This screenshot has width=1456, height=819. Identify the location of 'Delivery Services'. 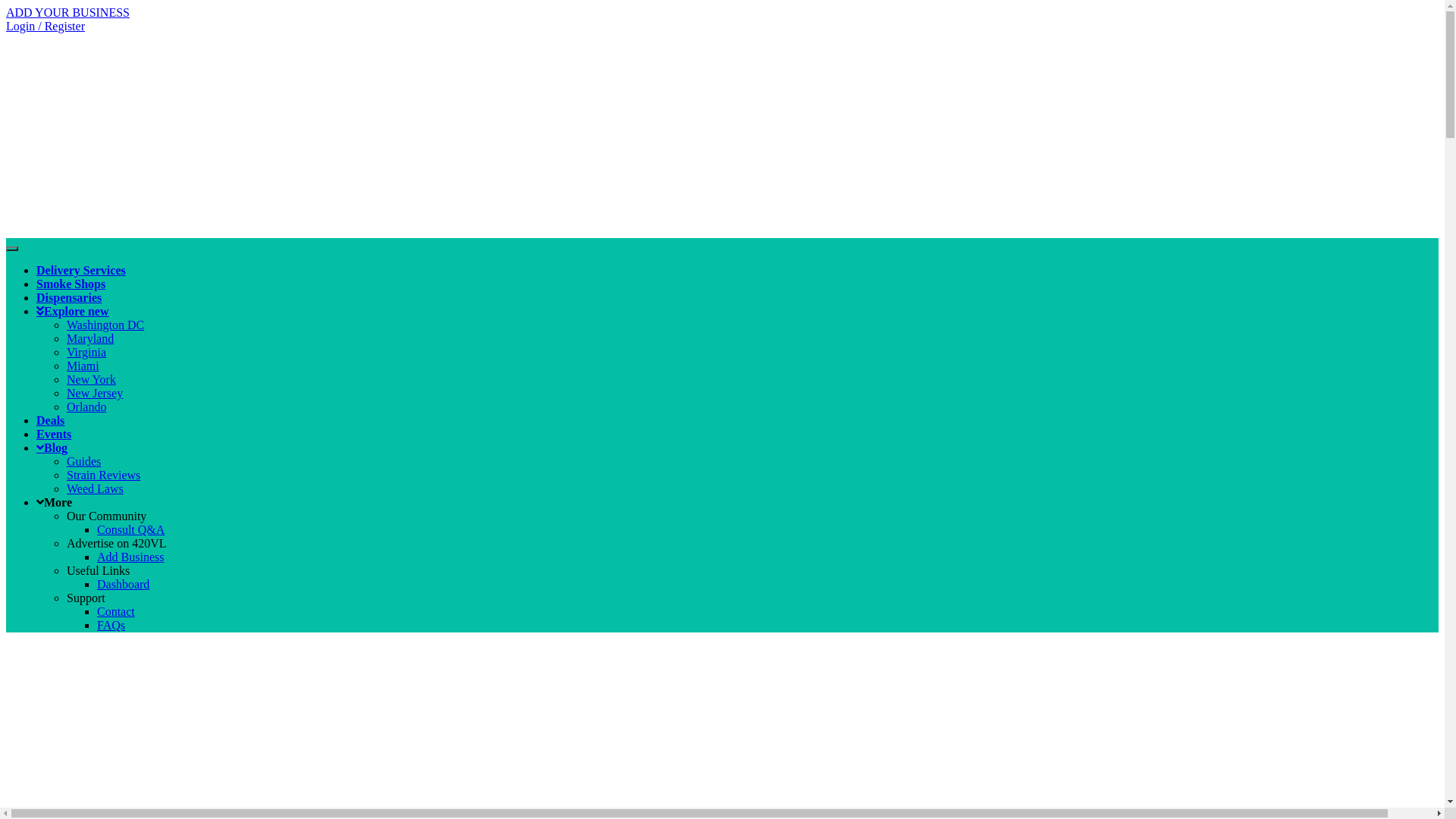
(80, 269).